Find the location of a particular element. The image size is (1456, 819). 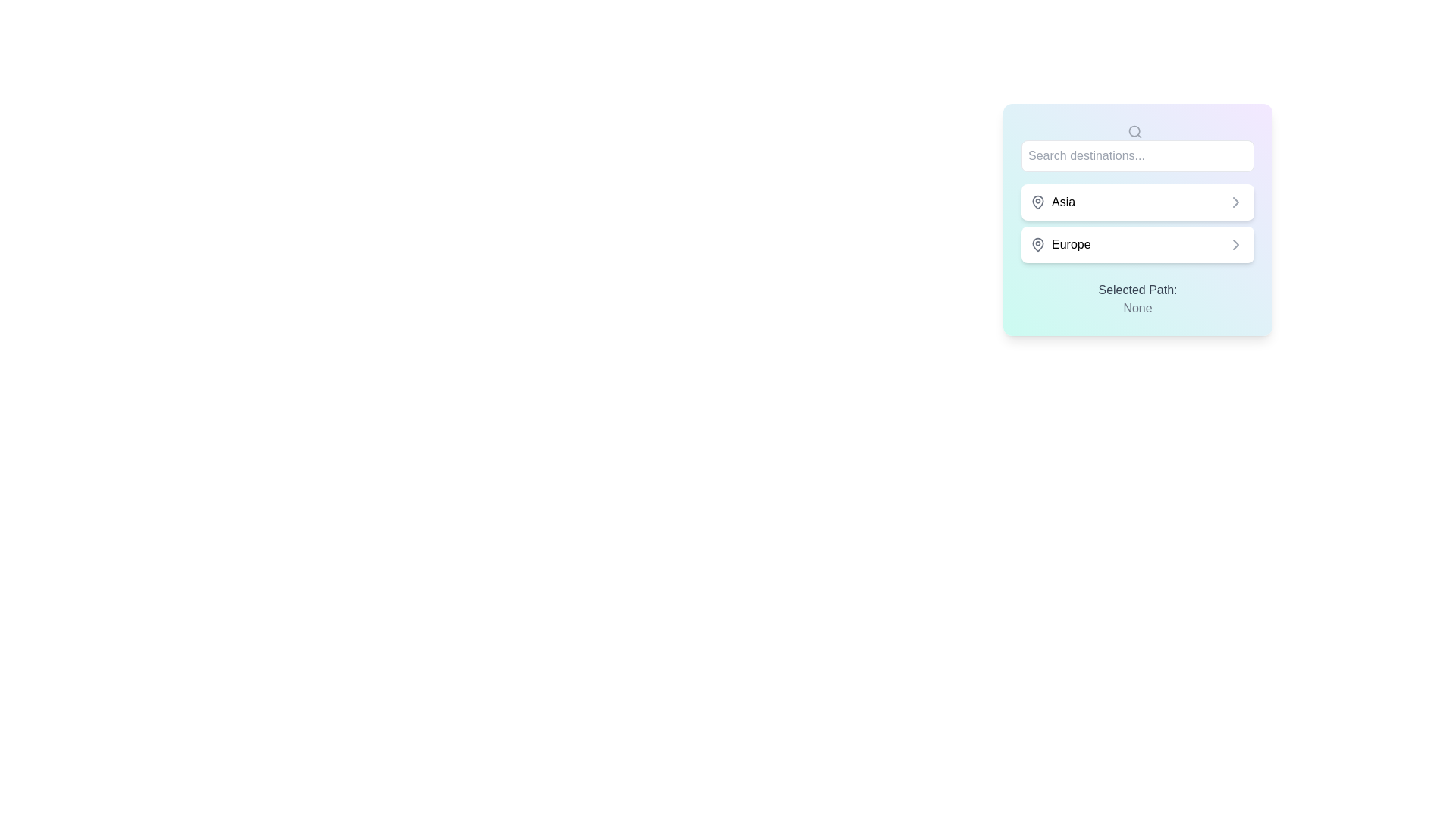

the icon located in the second row of the list, aligned to the right of the 'Europe' entry, to activate further actions or navigation options is located at coordinates (1236, 244).